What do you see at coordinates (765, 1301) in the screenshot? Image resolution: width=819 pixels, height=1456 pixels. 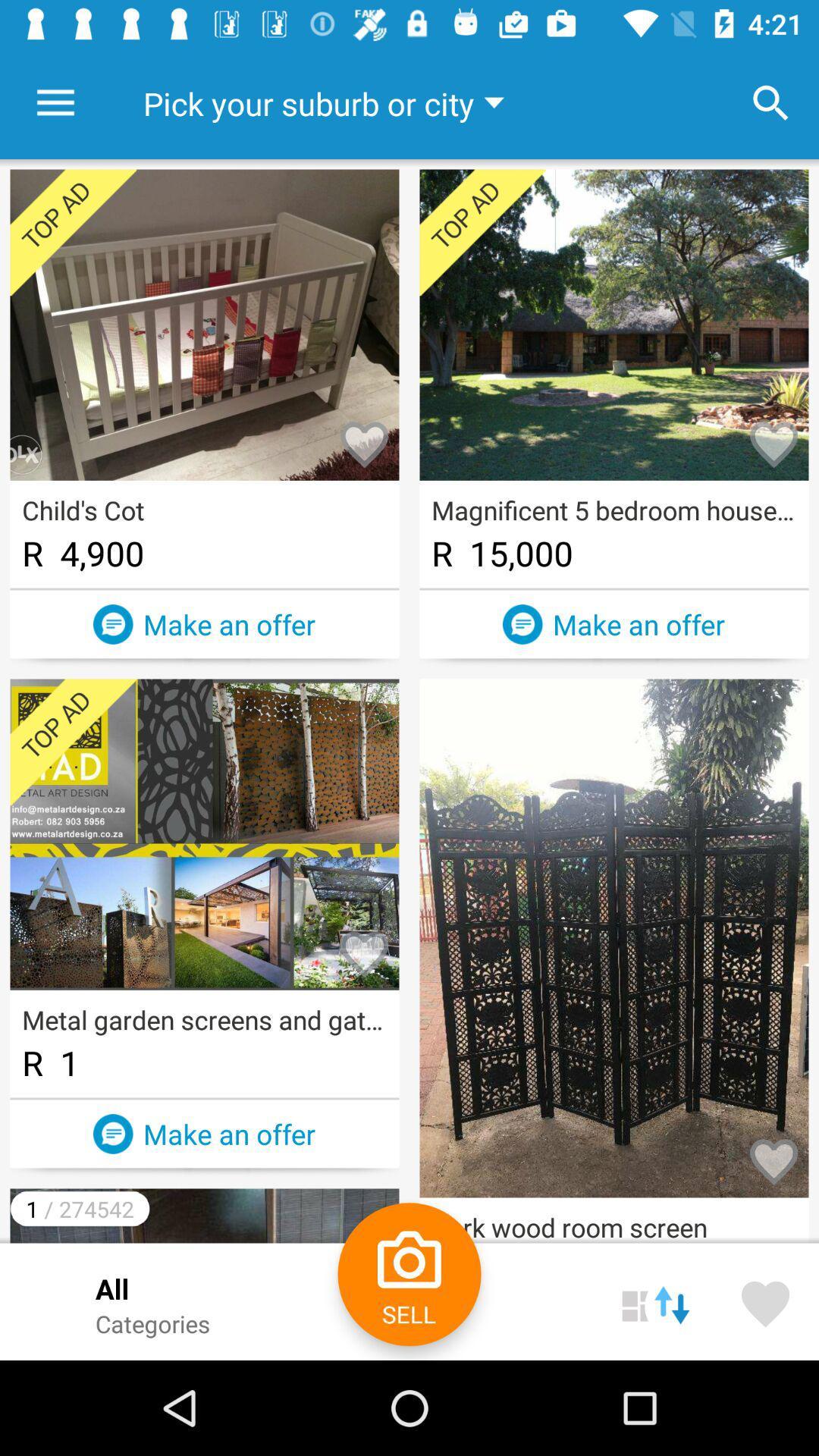 I see `the favorite icon` at bounding box center [765, 1301].